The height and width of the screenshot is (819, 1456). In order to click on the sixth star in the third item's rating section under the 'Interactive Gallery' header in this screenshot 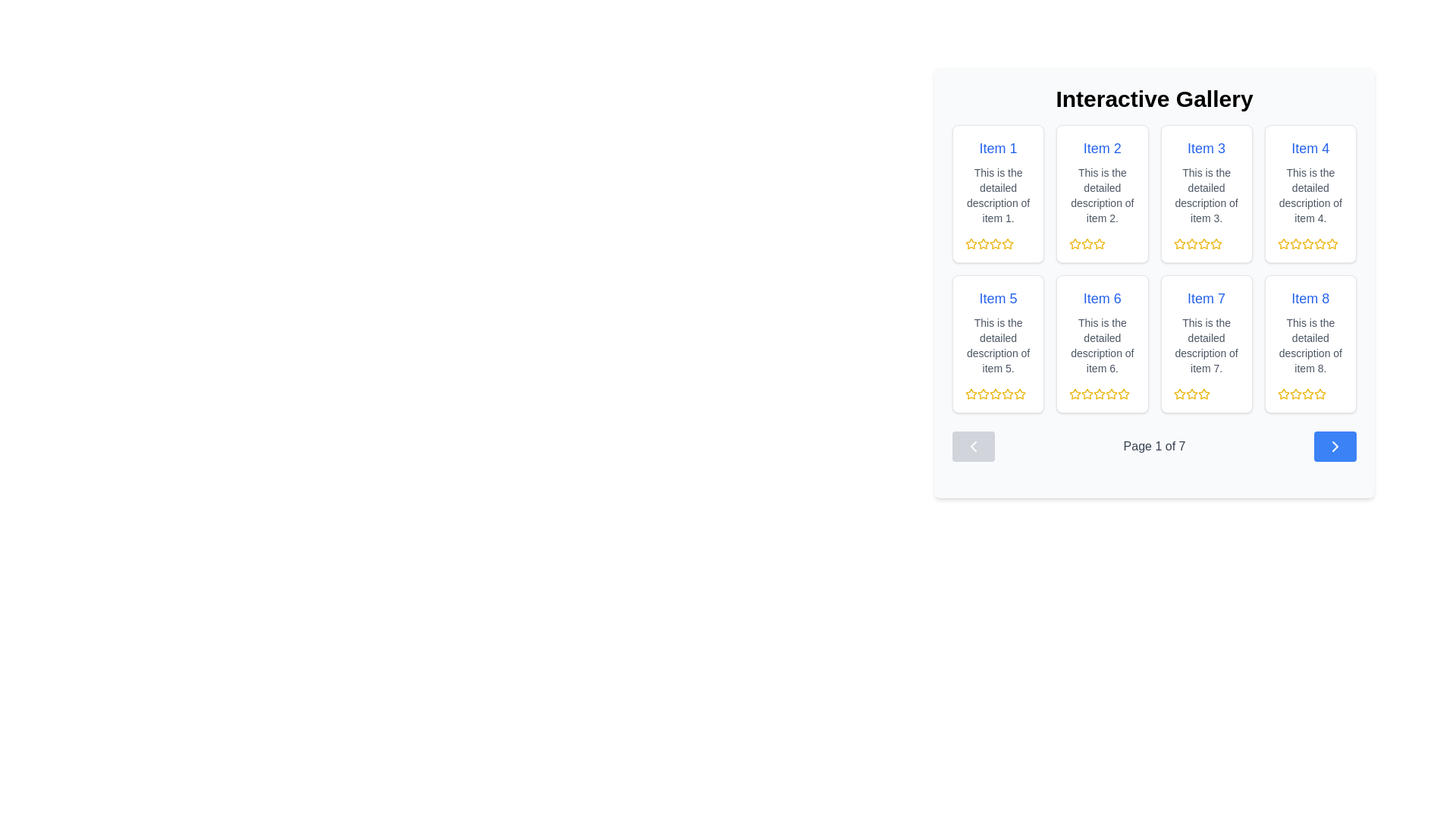, I will do `click(1216, 243)`.